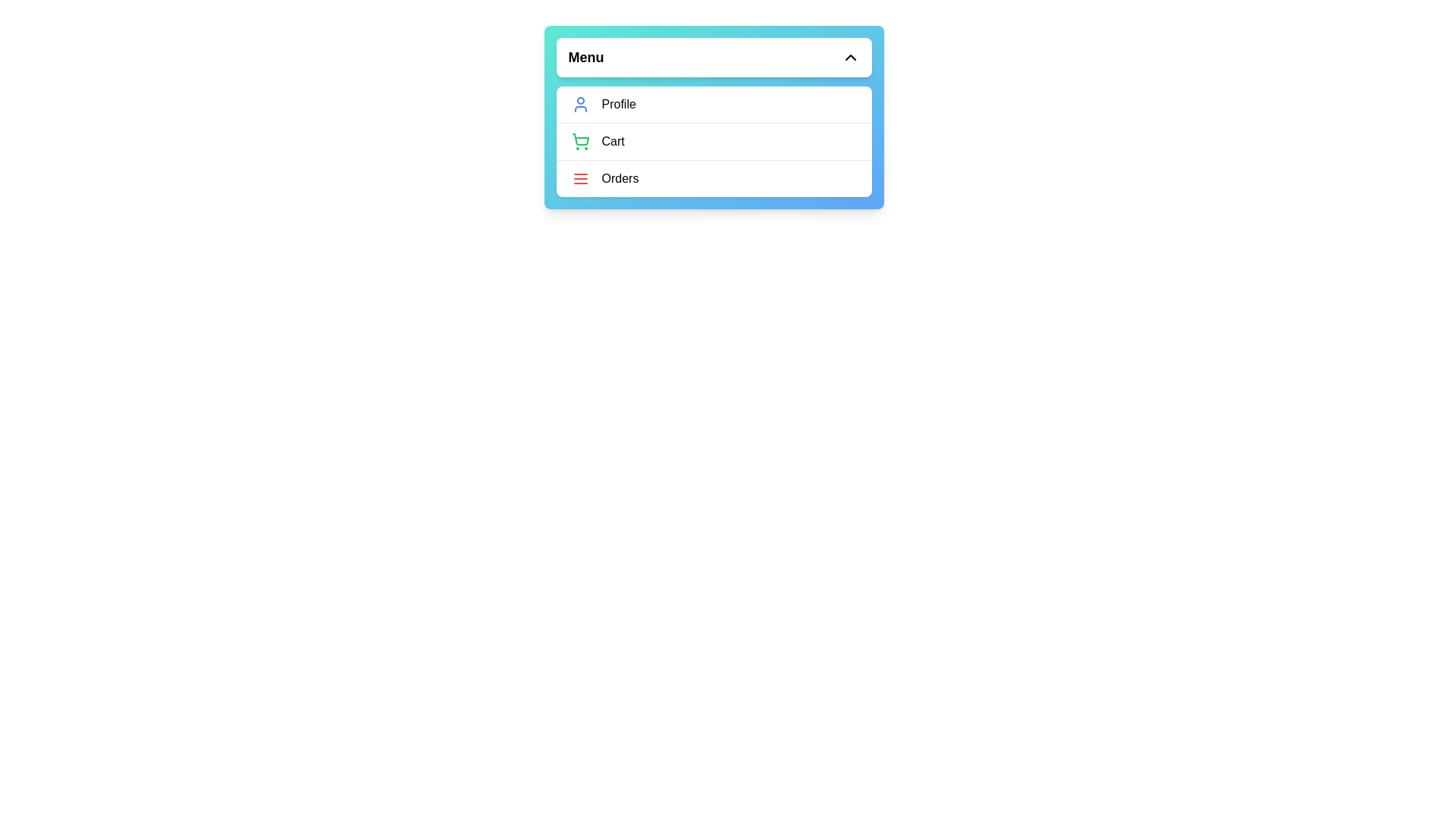  What do you see at coordinates (713, 141) in the screenshot?
I see `the menu item Cart from the options: Profile, Cart, Orders` at bounding box center [713, 141].